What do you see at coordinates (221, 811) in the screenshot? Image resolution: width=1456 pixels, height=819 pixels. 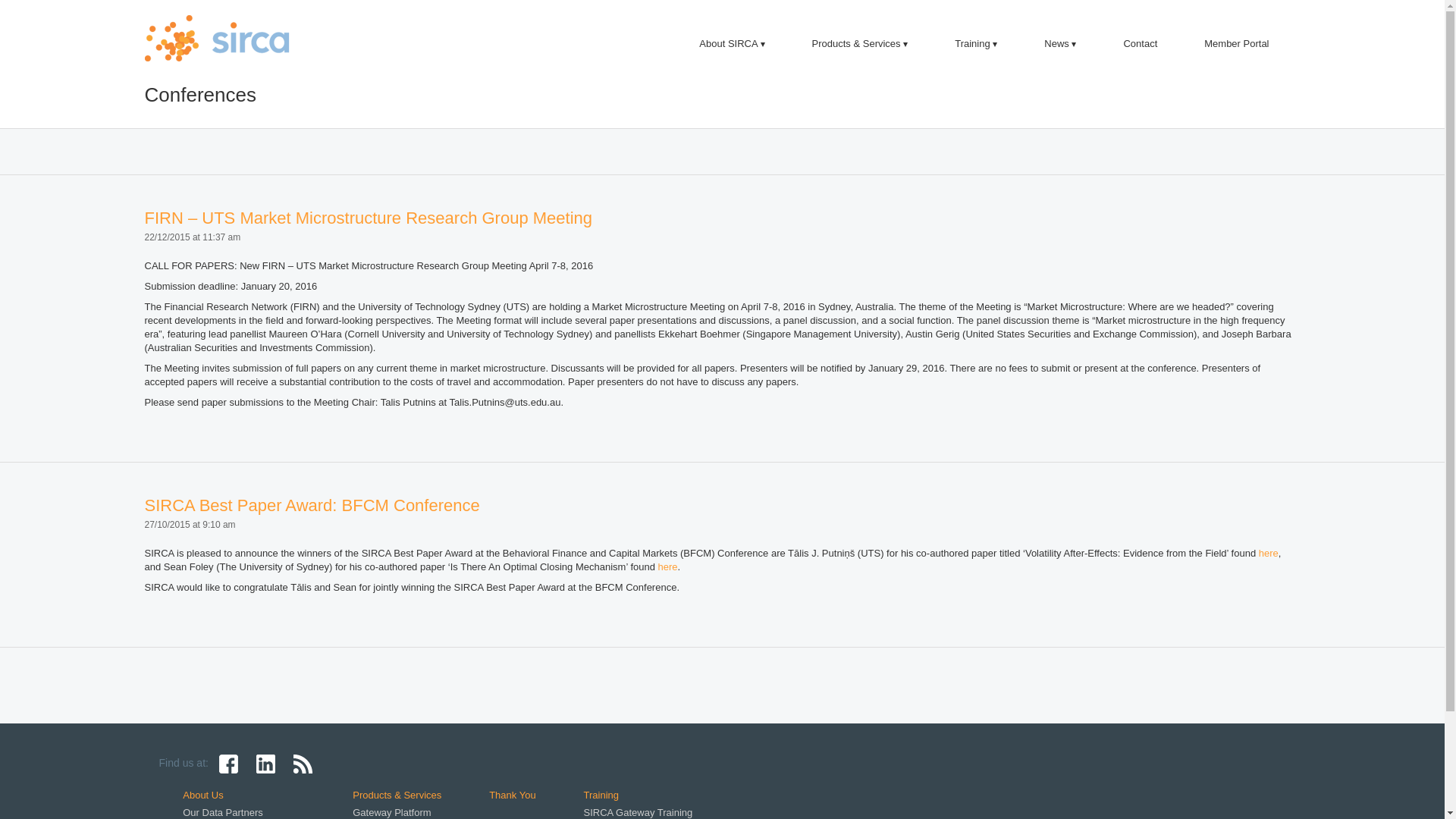 I see `'Our Data Partners'` at bounding box center [221, 811].